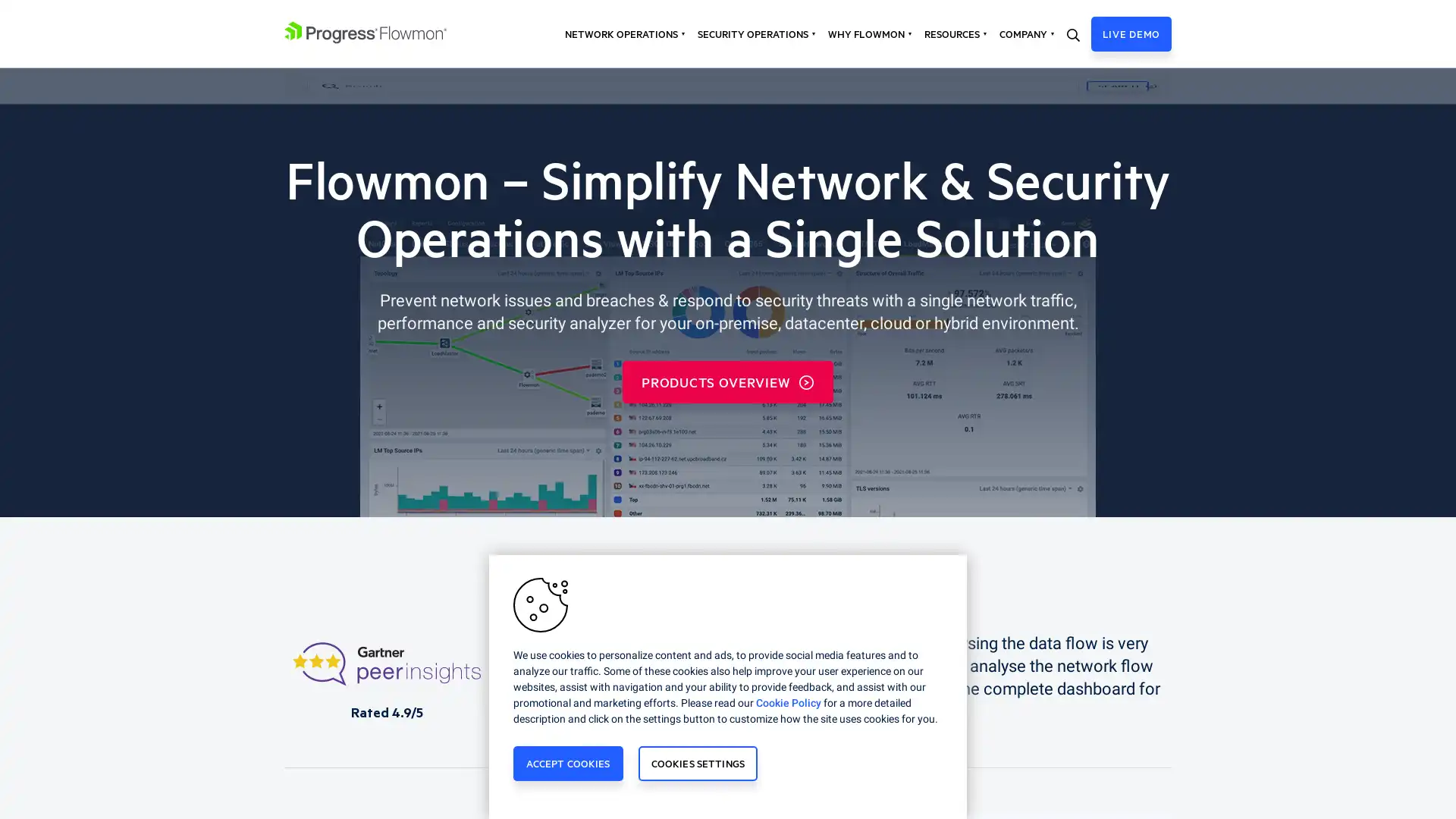 Image resolution: width=1456 pixels, height=819 pixels. Describe the element at coordinates (697, 763) in the screenshot. I see `COOKIES SETTINGS` at that location.